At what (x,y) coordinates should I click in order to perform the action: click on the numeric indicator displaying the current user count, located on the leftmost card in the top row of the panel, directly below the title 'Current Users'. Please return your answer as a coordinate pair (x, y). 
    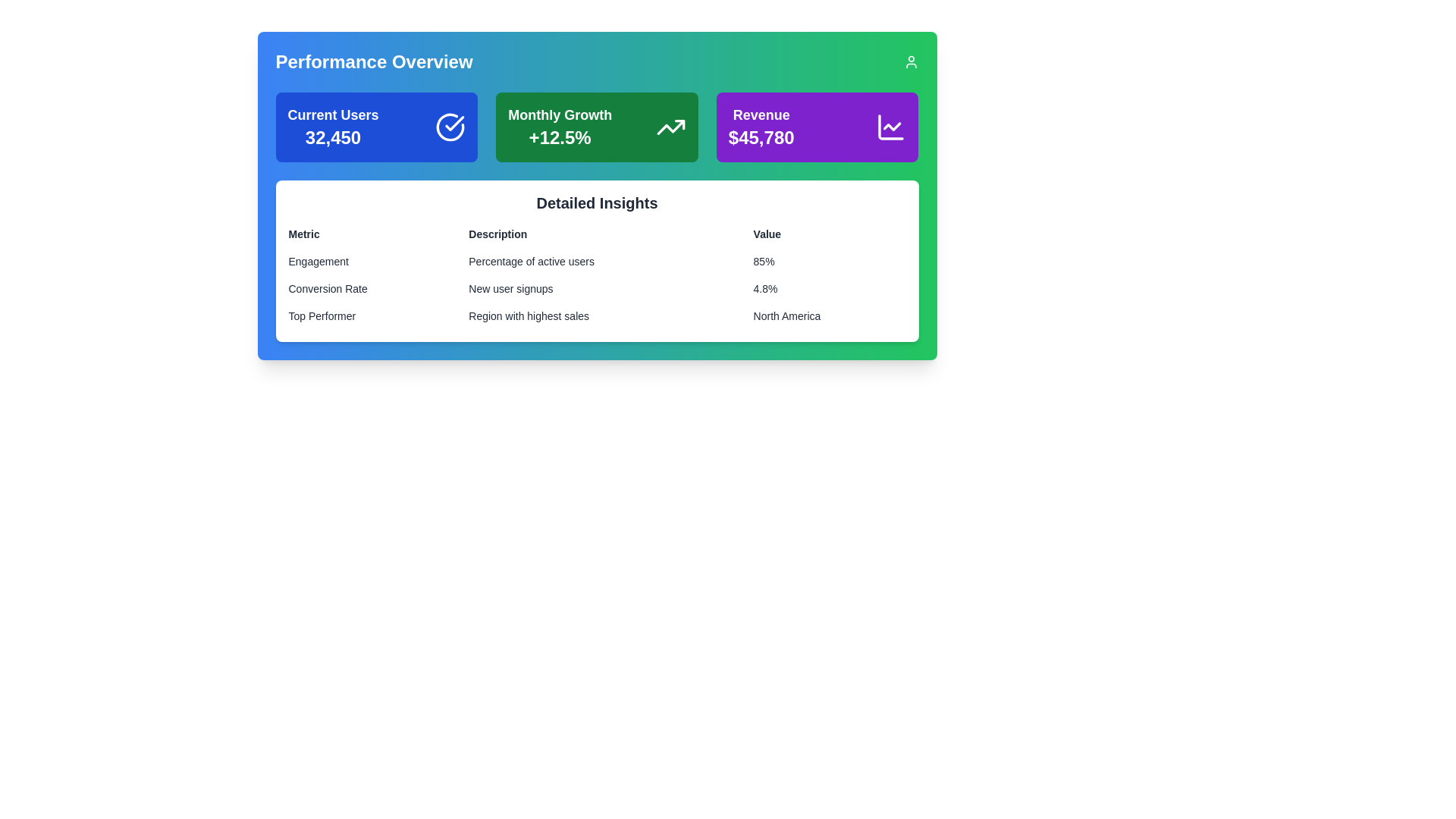
    Looking at the image, I should click on (332, 137).